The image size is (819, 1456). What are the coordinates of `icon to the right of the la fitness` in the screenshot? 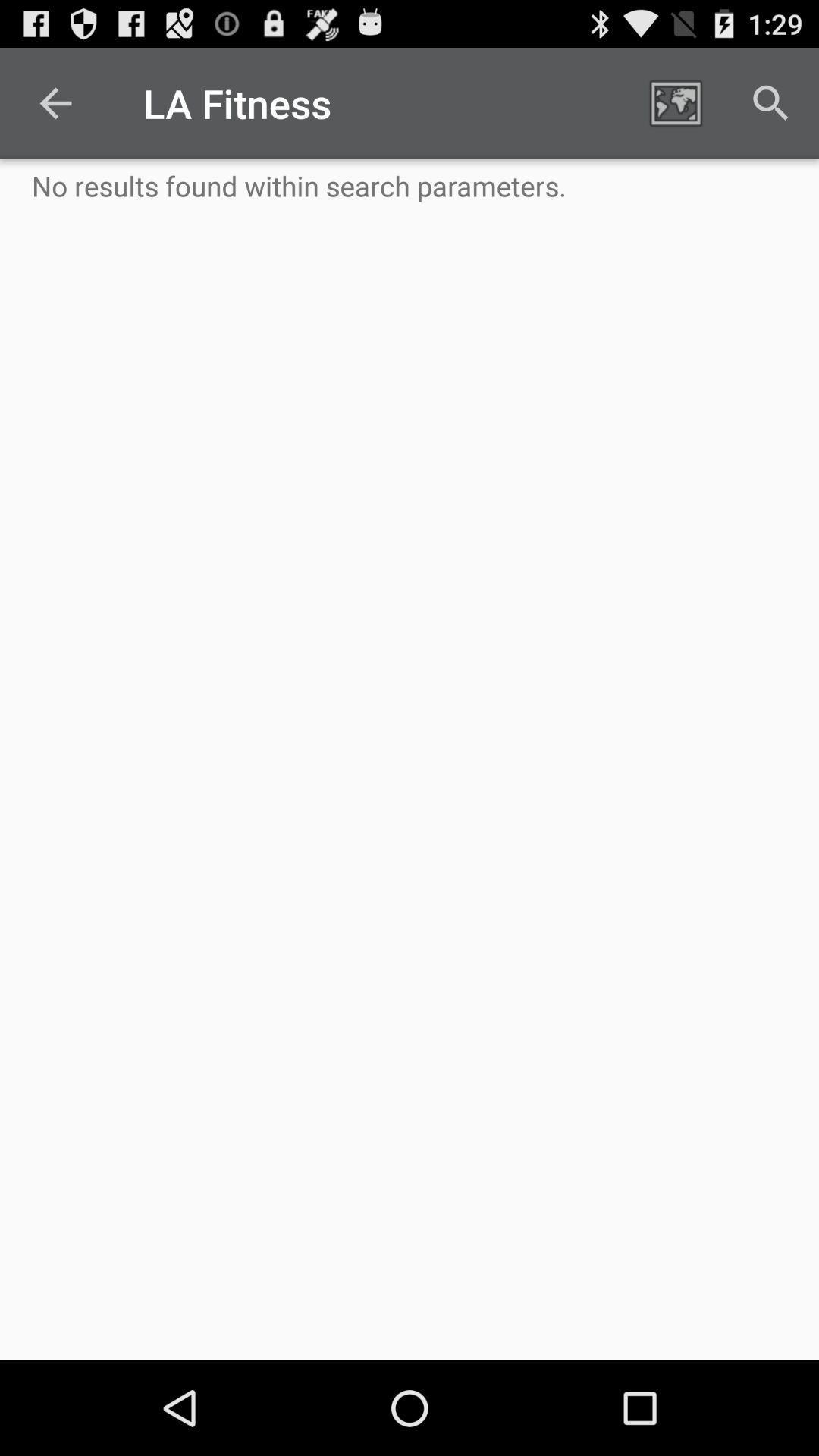 It's located at (675, 102).